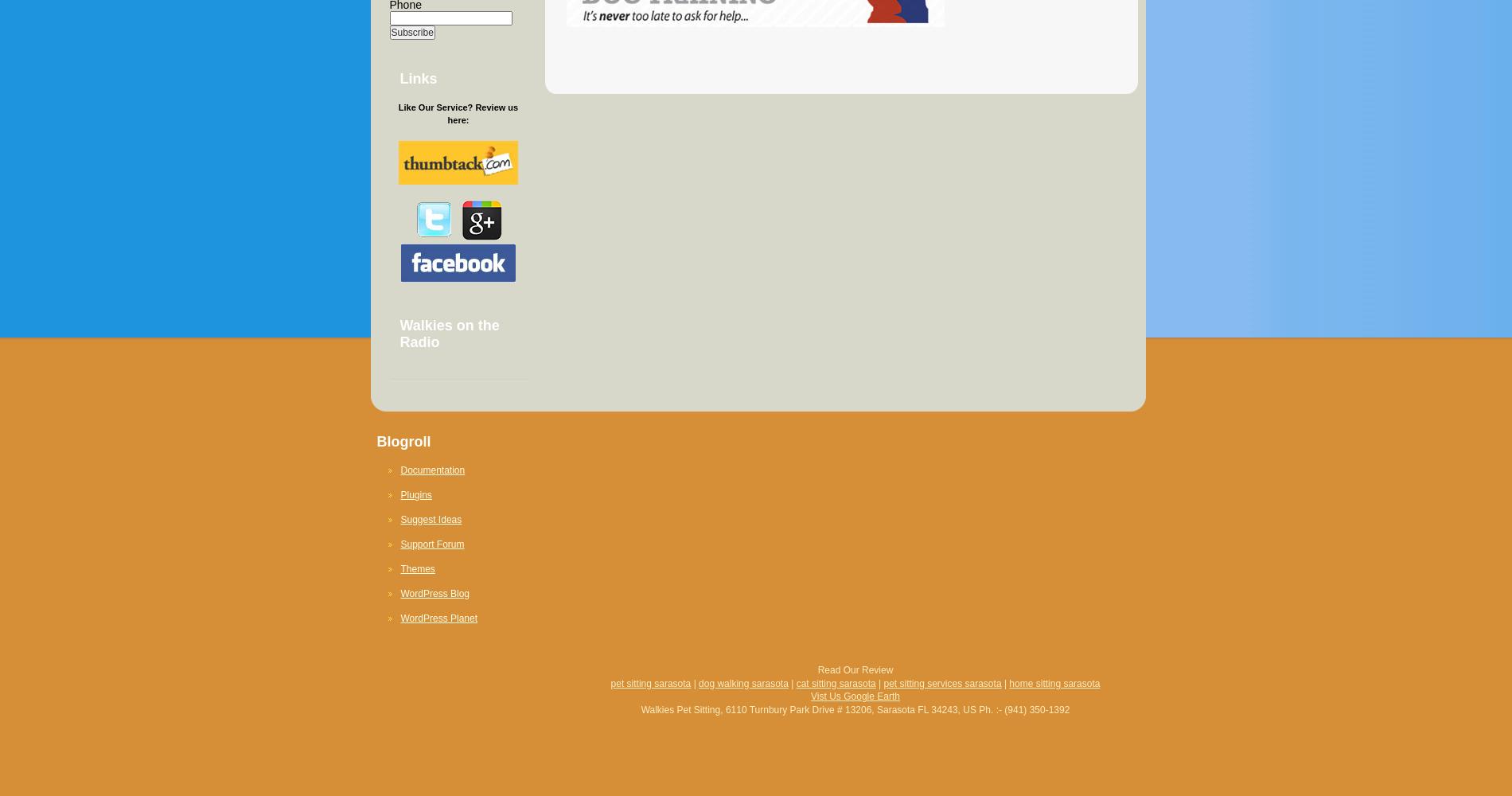  What do you see at coordinates (855, 669) in the screenshot?
I see `'Read Our Review'` at bounding box center [855, 669].